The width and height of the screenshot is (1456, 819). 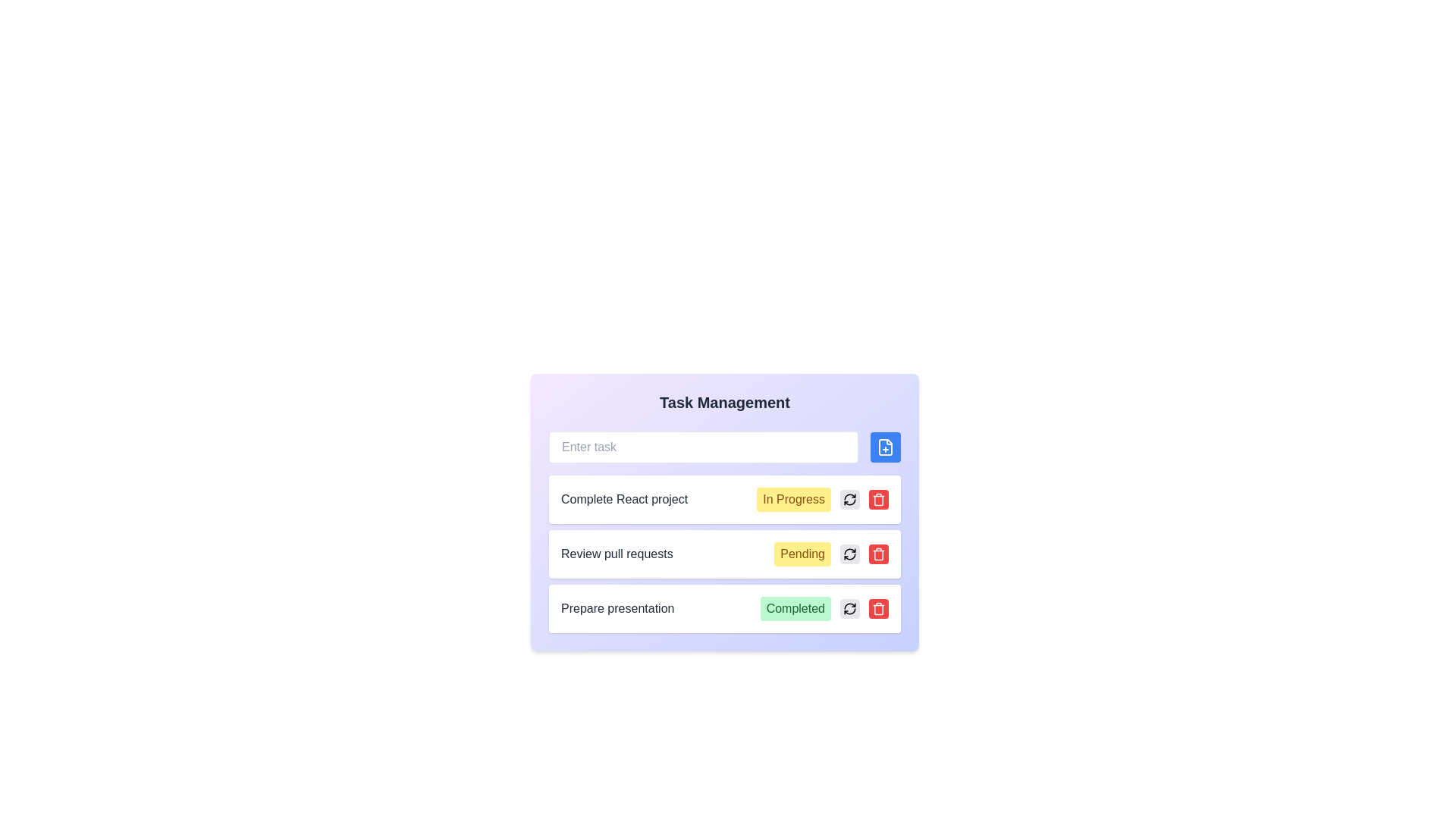 What do you see at coordinates (878, 607) in the screenshot?
I see `the delete icon button for the task 'Prepare presentation'` at bounding box center [878, 607].